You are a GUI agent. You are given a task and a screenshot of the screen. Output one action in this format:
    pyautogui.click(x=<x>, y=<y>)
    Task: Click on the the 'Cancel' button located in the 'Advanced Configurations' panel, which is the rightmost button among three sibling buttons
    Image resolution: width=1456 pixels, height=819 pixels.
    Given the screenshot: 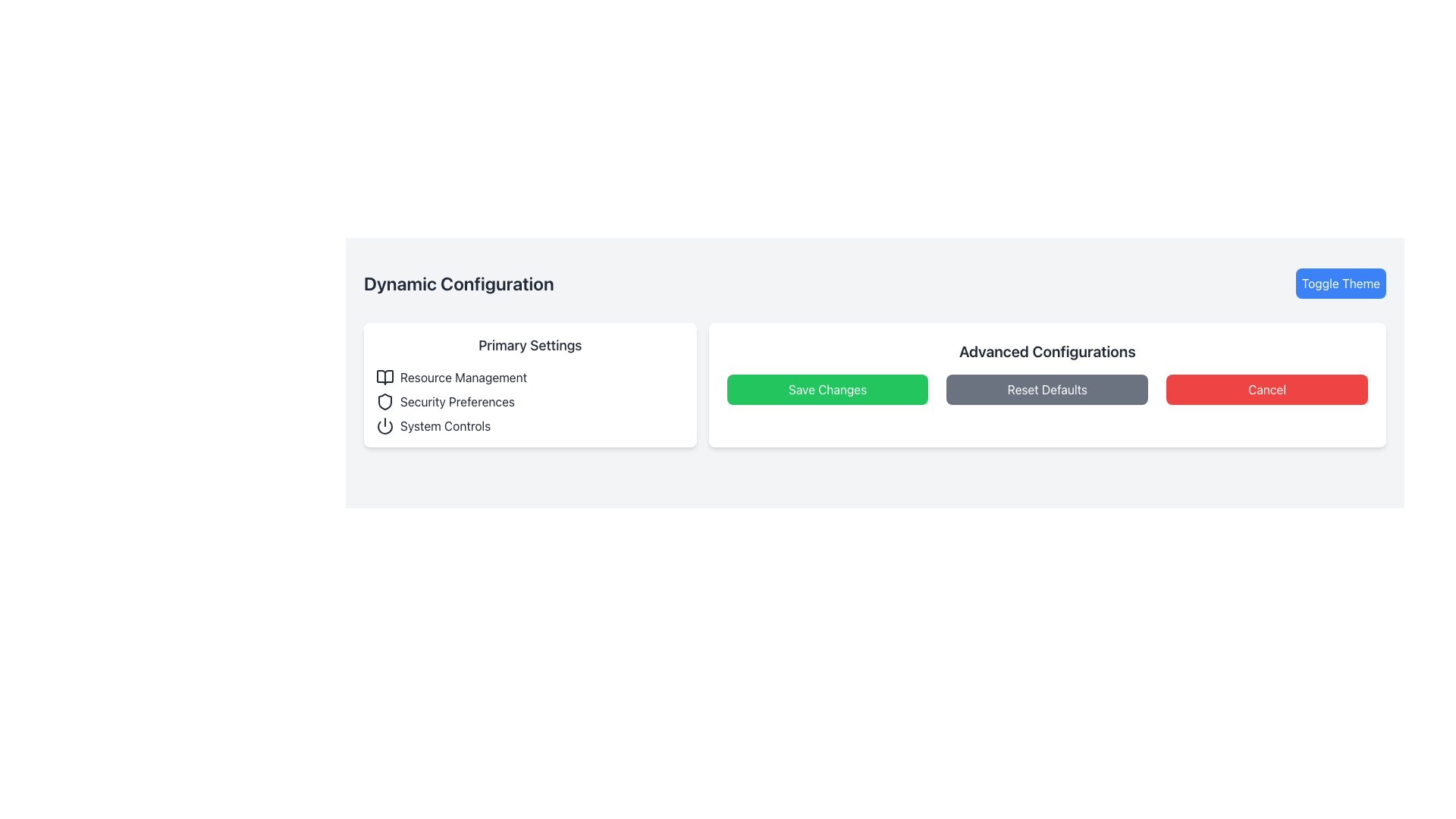 What is the action you would take?
    pyautogui.click(x=1267, y=388)
    